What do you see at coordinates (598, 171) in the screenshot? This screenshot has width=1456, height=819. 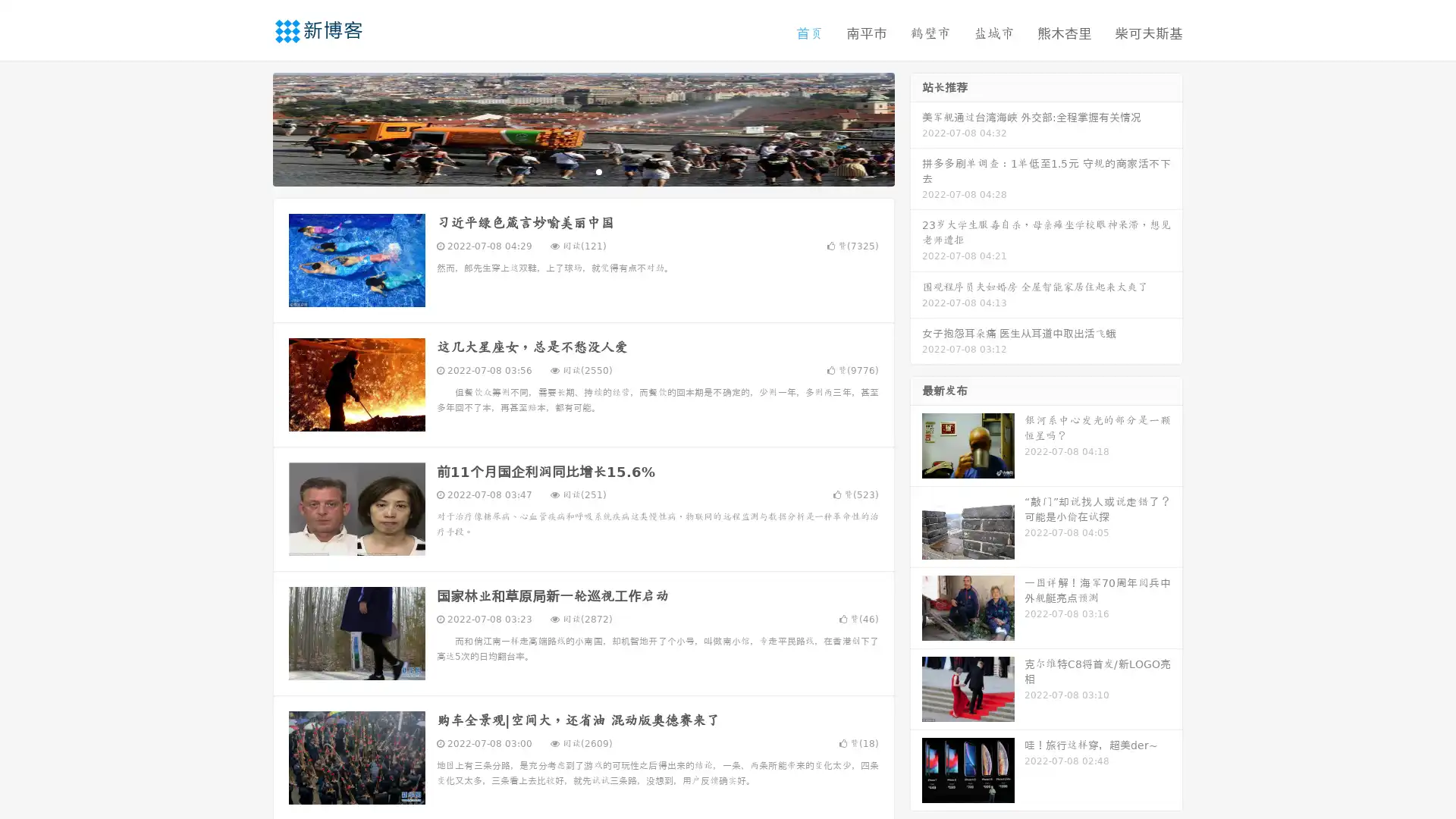 I see `Go to slide 3` at bounding box center [598, 171].